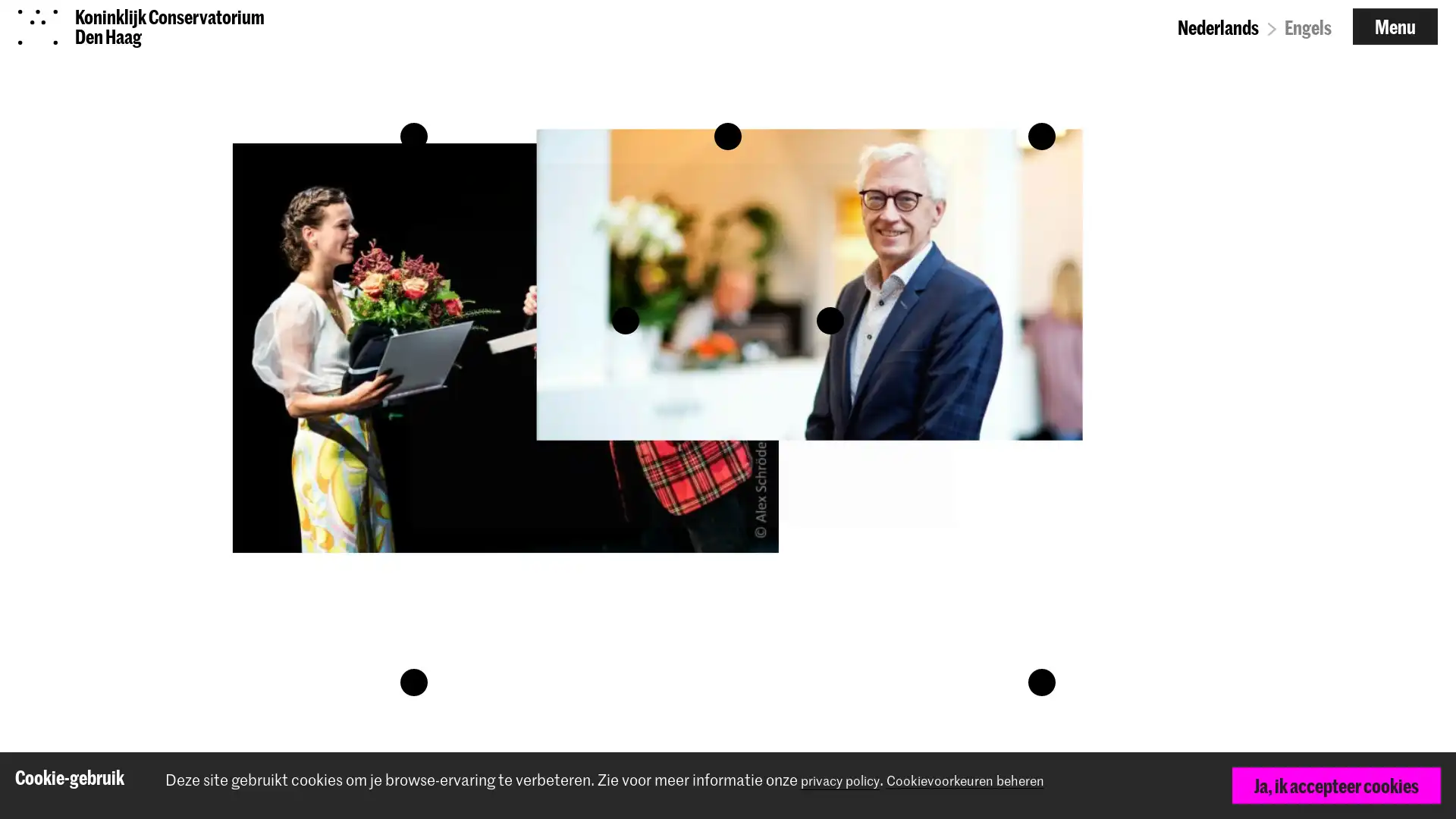 This screenshot has height=819, width=1456. What do you see at coordinates (1335, 785) in the screenshot?
I see `Ja, ik accepteer cookies` at bounding box center [1335, 785].